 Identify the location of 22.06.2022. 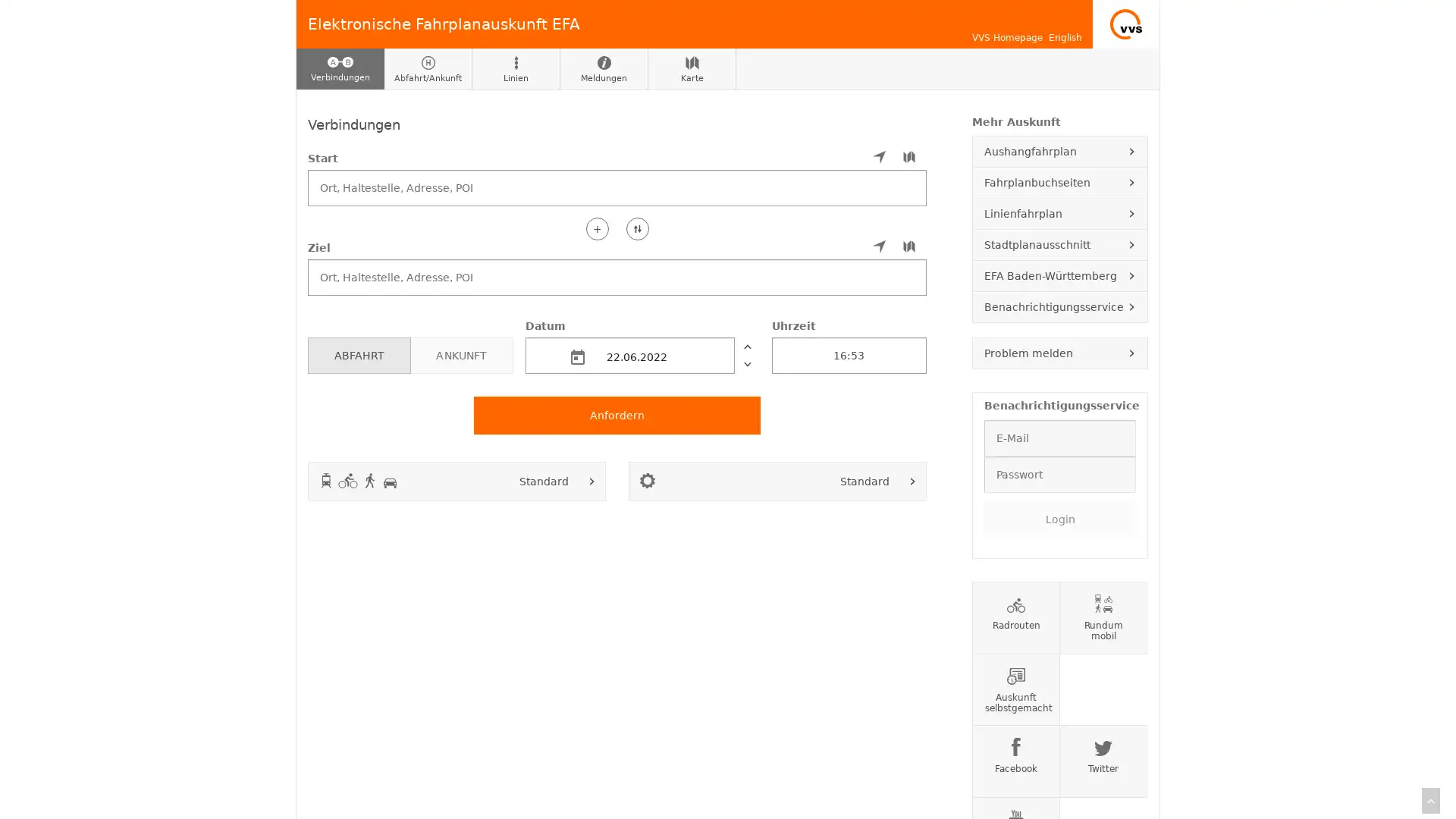
(629, 354).